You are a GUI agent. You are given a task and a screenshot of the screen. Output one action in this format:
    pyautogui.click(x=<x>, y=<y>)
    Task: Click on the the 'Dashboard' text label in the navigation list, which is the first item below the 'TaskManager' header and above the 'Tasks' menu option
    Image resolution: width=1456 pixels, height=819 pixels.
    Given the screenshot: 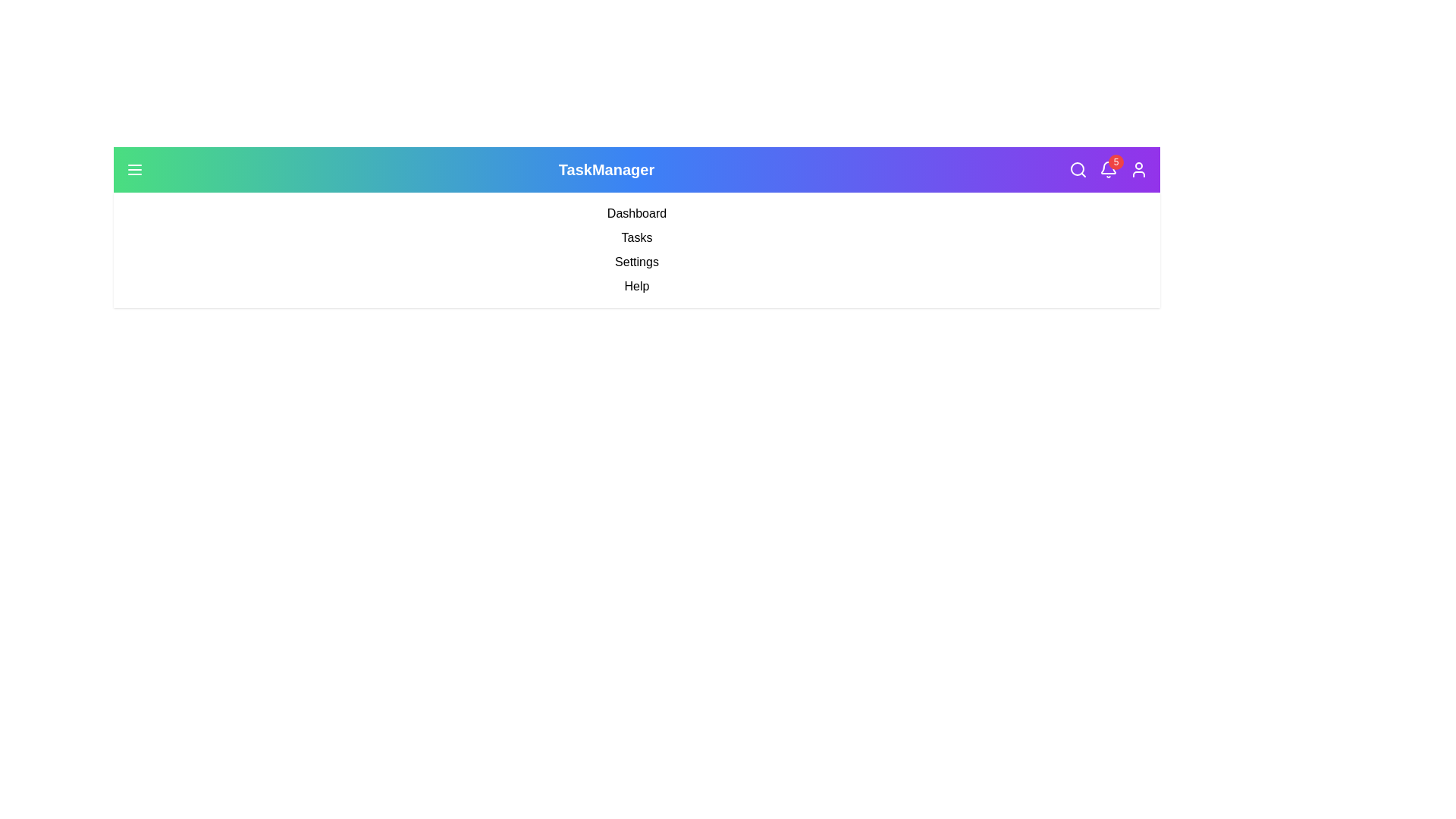 What is the action you would take?
    pyautogui.click(x=637, y=213)
    